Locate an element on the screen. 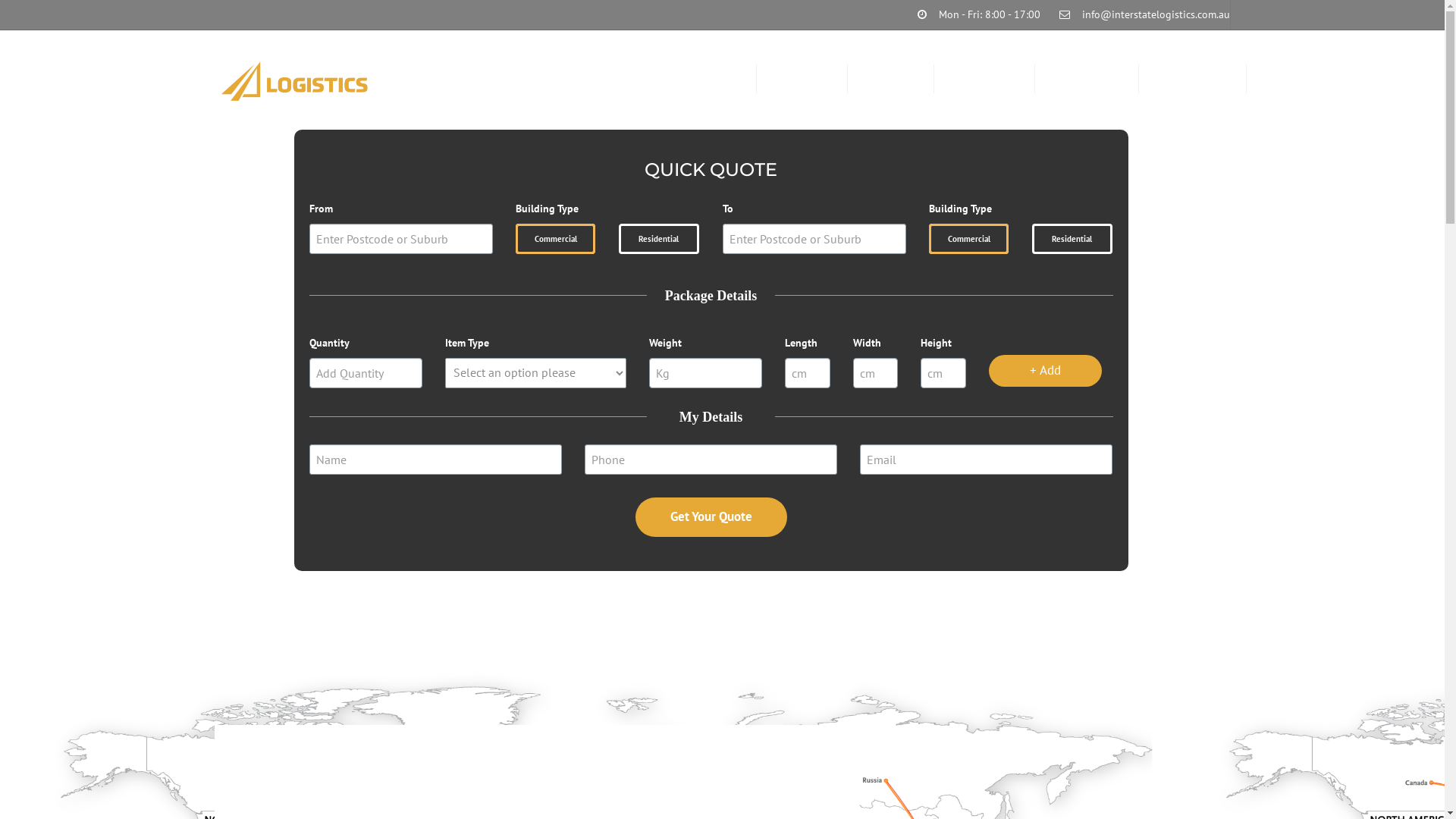 This screenshot has width=1456, height=819. 'Get Your Quote' is located at coordinates (635, 516).